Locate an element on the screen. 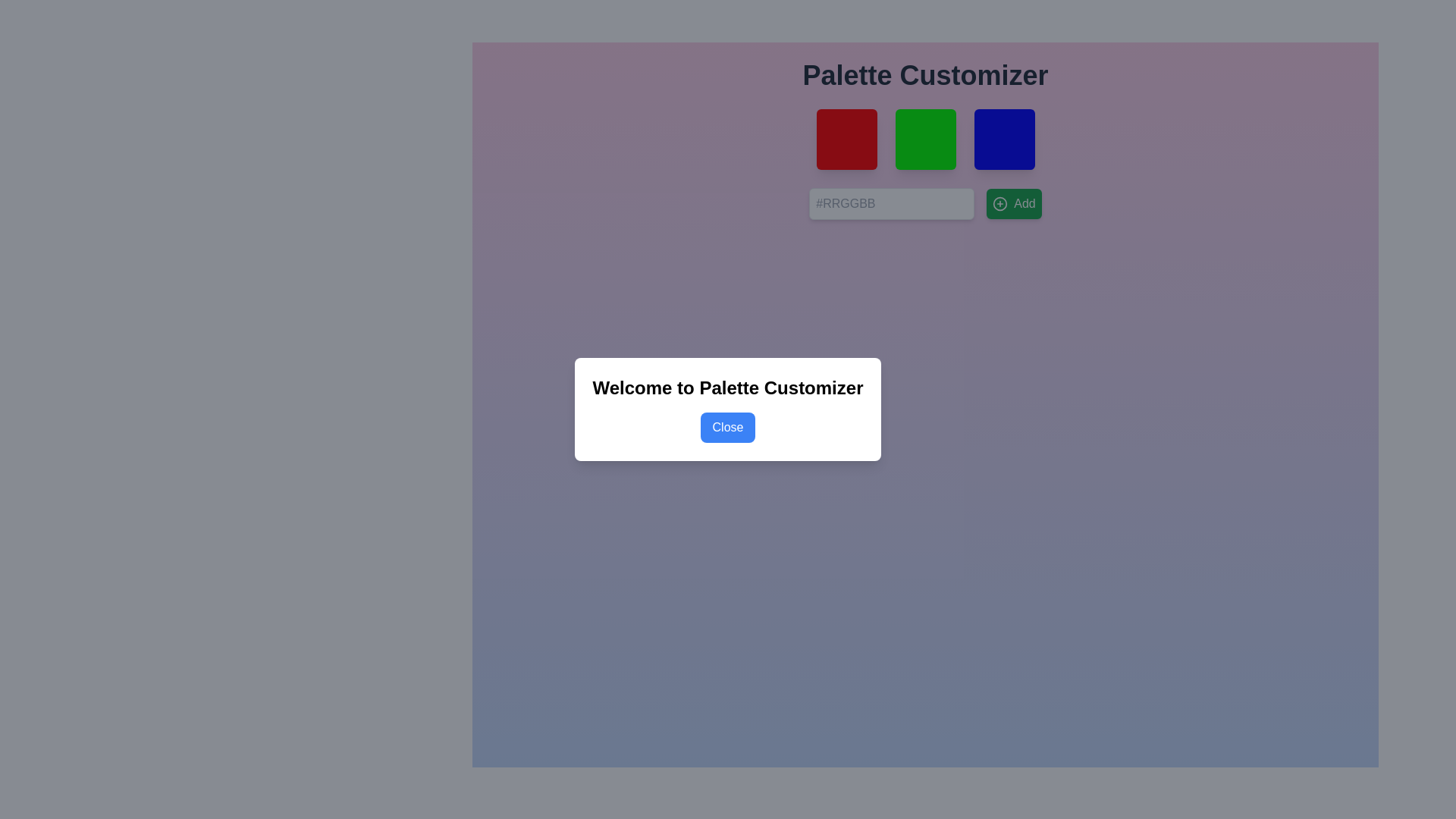 The height and width of the screenshot is (819, 1456). the close button located at the bottom of the white dialog box, which is positioned below the text 'Welcome to Palette Customizer' is located at coordinates (728, 427).